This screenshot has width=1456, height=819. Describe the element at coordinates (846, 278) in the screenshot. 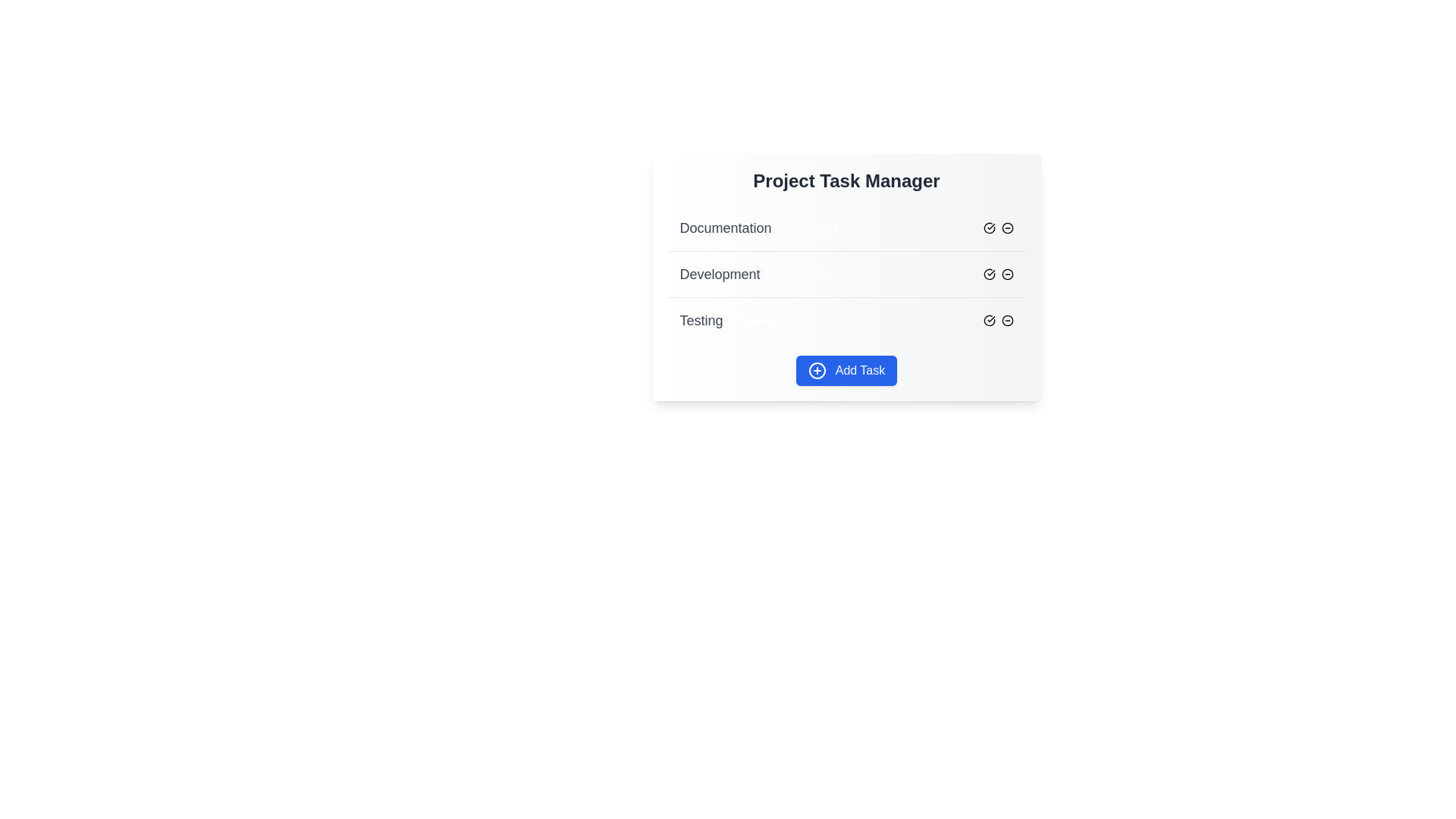

I see `the task entry displaying 'Development' with status 'In Progress' in the project task manager interface` at that location.